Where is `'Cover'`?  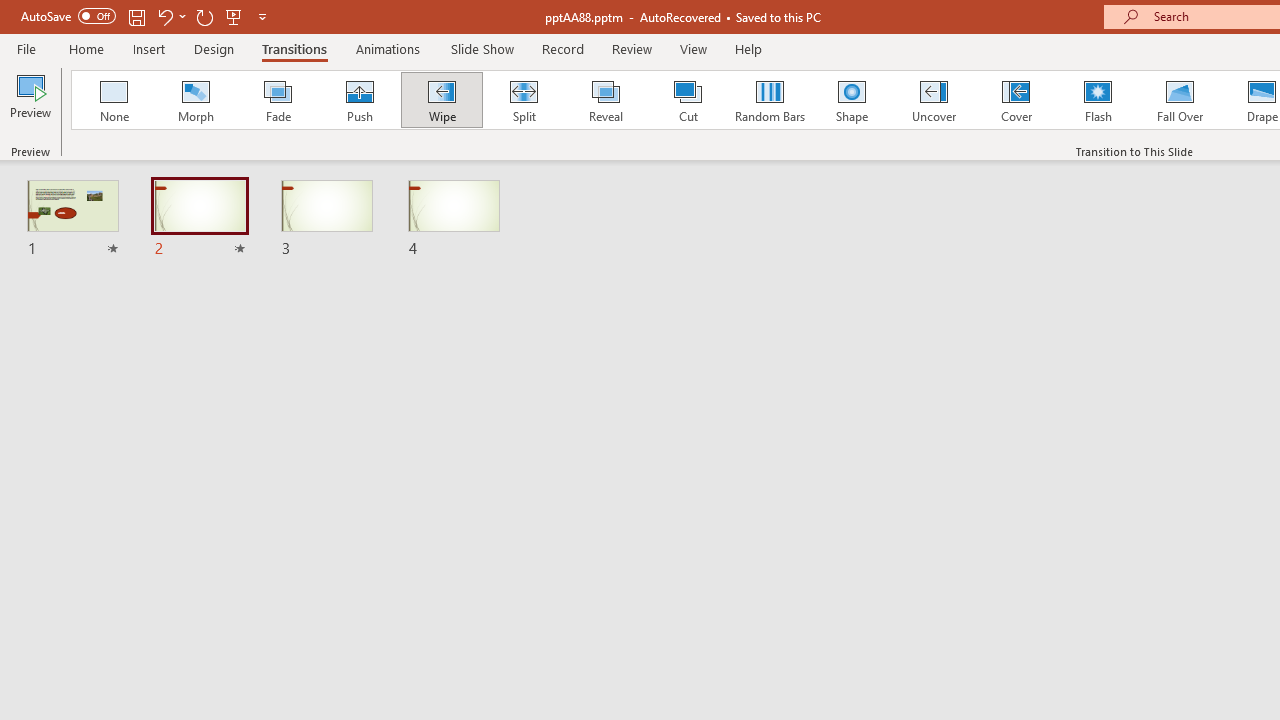 'Cover' is located at coordinates (1016, 100).